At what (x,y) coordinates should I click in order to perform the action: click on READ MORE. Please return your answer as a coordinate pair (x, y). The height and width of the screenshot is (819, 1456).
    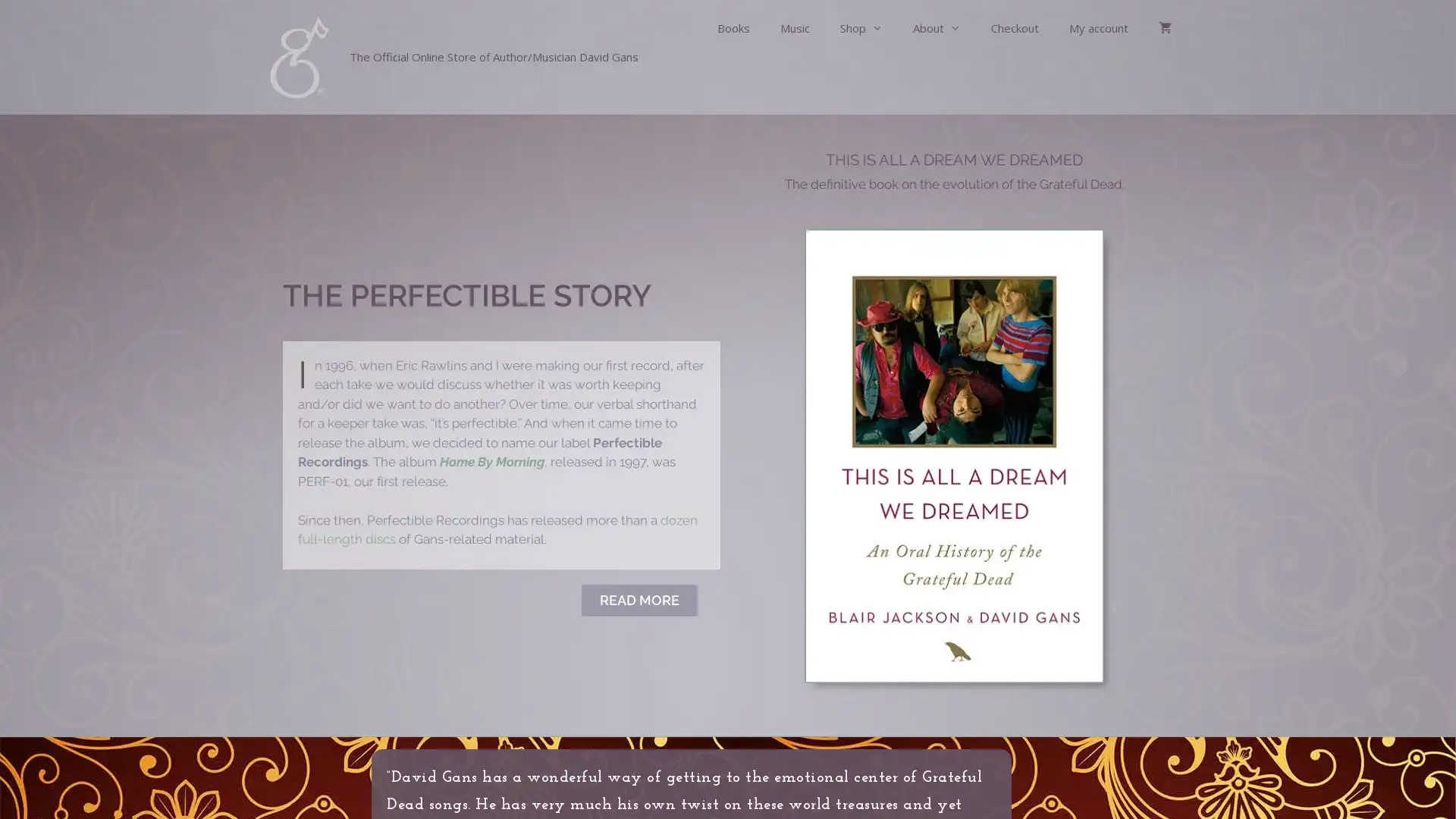
    Looking at the image, I should click on (639, 599).